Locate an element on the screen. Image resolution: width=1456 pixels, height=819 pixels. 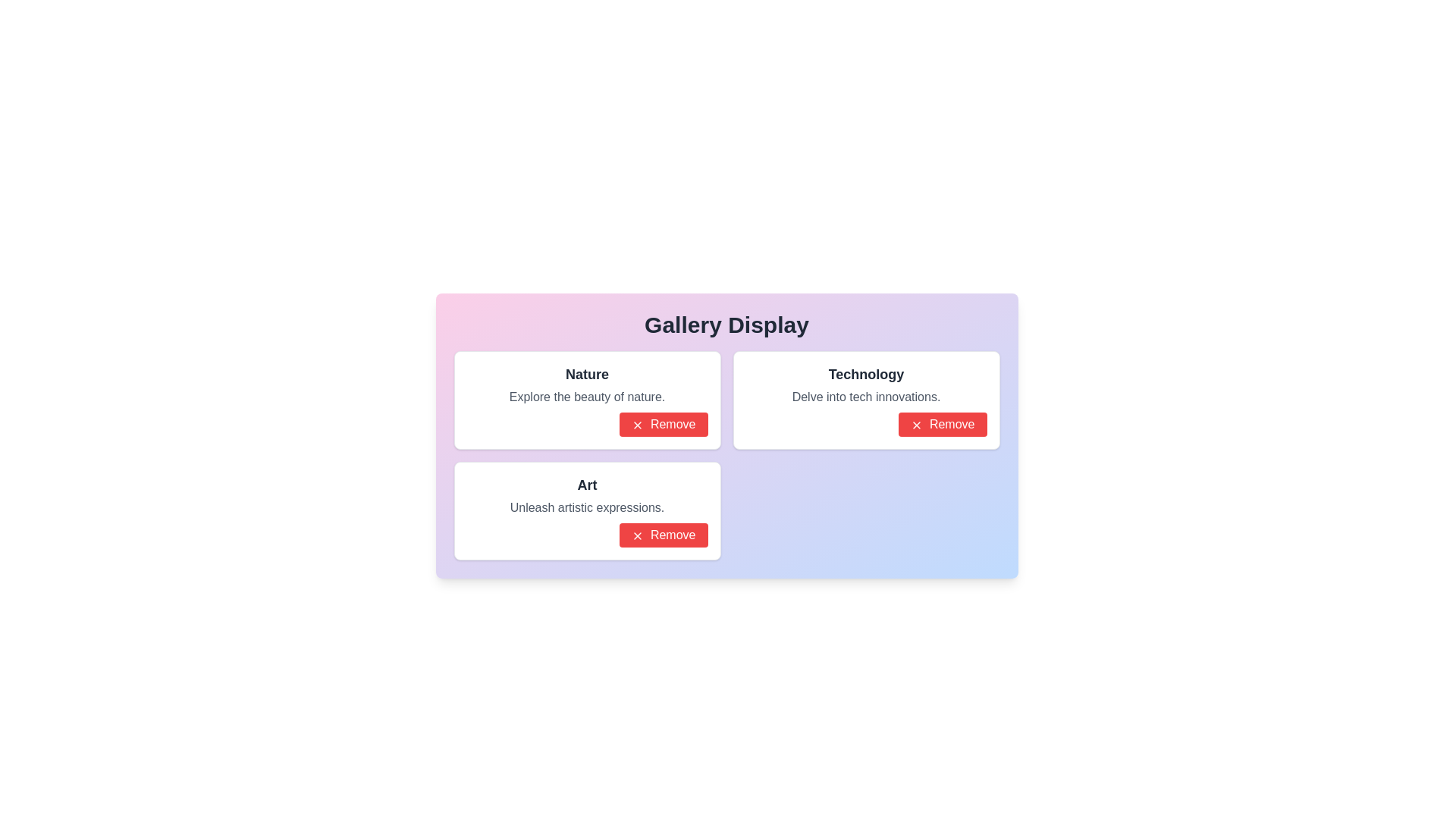
'Remove' button for the Technology gallery item is located at coordinates (942, 424).